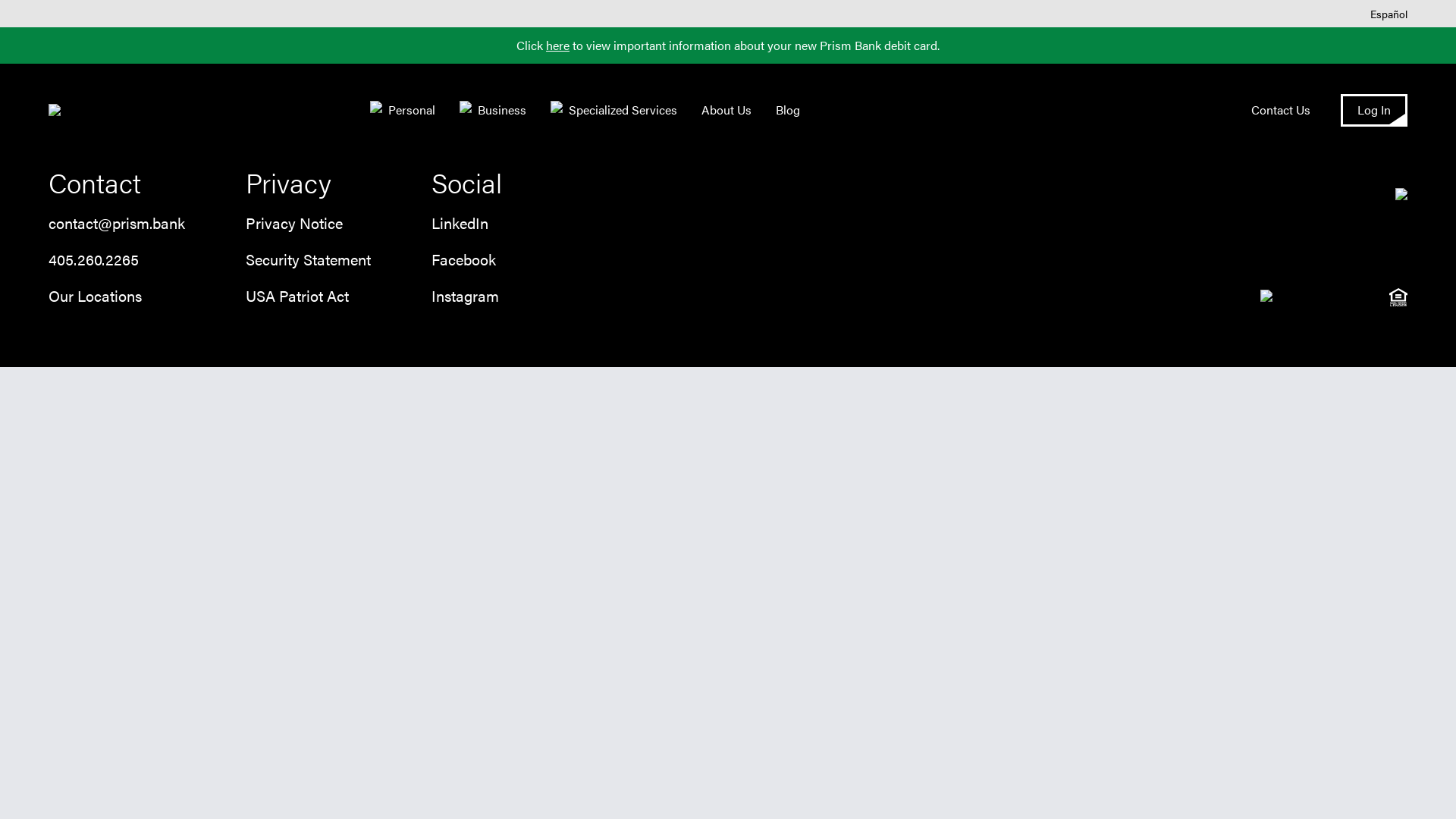 The image size is (1456, 819). I want to click on 'Instagram', so click(464, 295).